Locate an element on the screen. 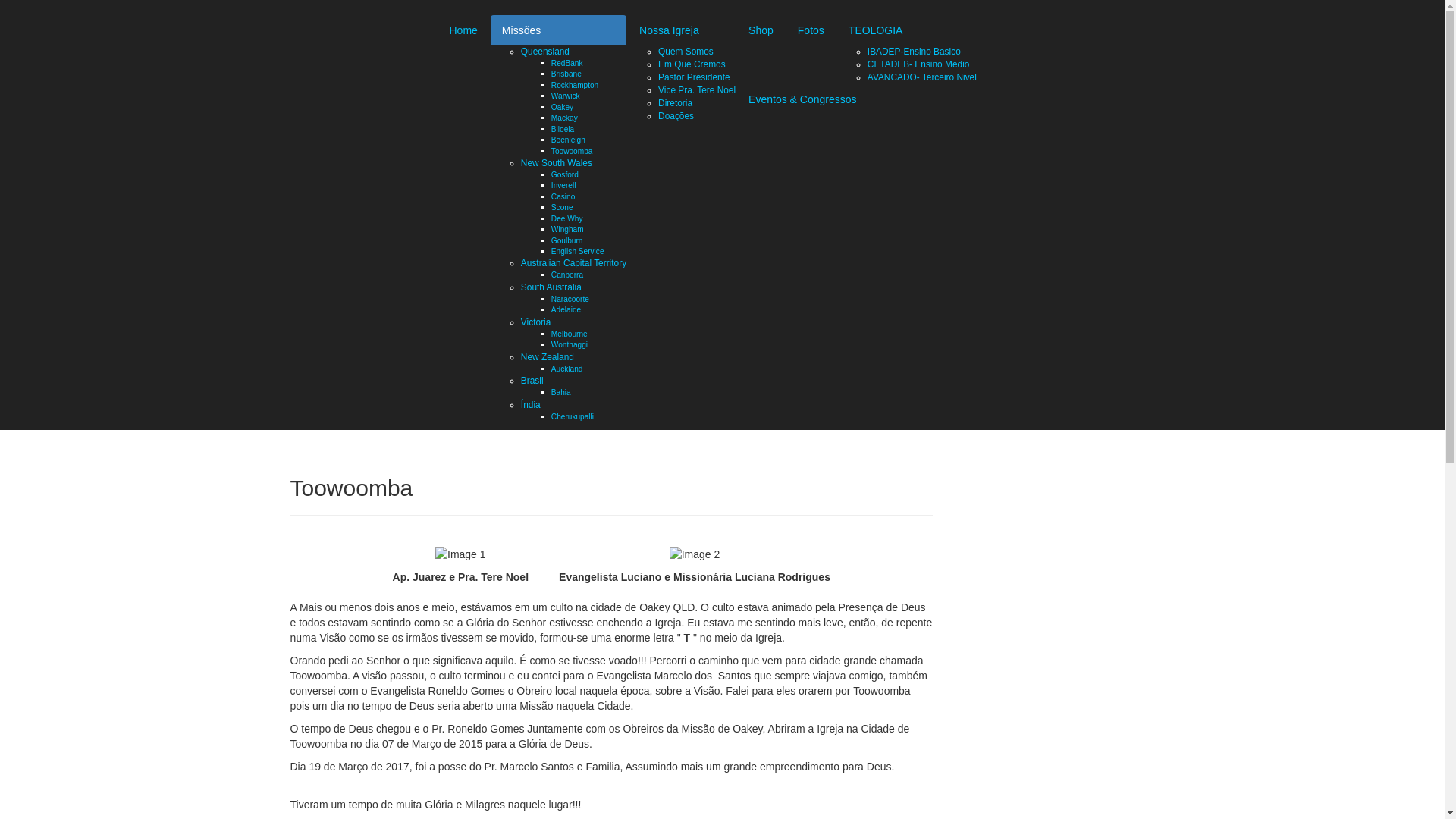 Image resolution: width=1456 pixels, height=819 pixels. 'New Zealand' is located at coordinates (520, 356).